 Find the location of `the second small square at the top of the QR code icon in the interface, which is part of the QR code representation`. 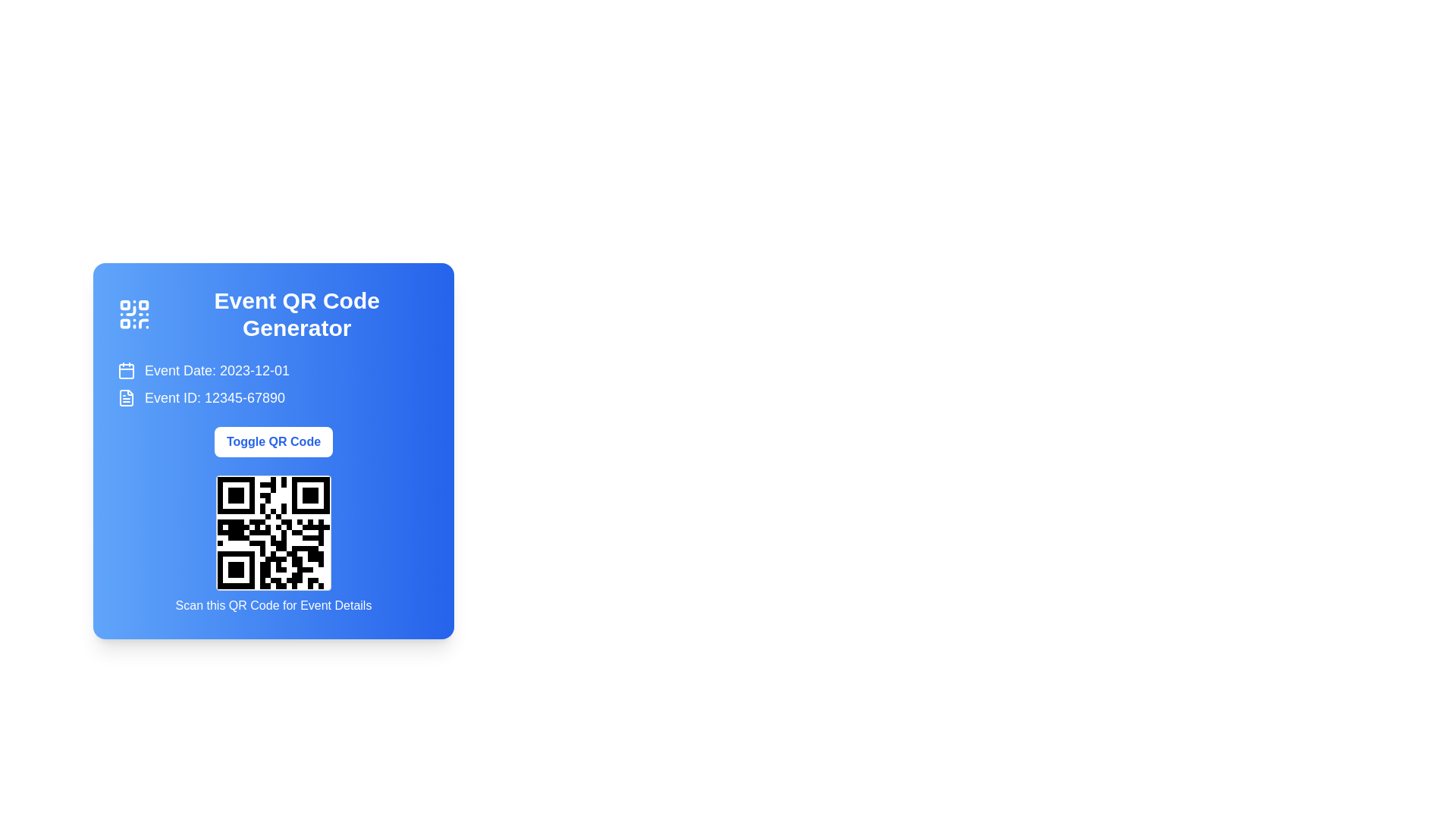

the second small square at the top of the QR code icon in the interface, which is part of the QR code representation is located at coordinates (144, 305).